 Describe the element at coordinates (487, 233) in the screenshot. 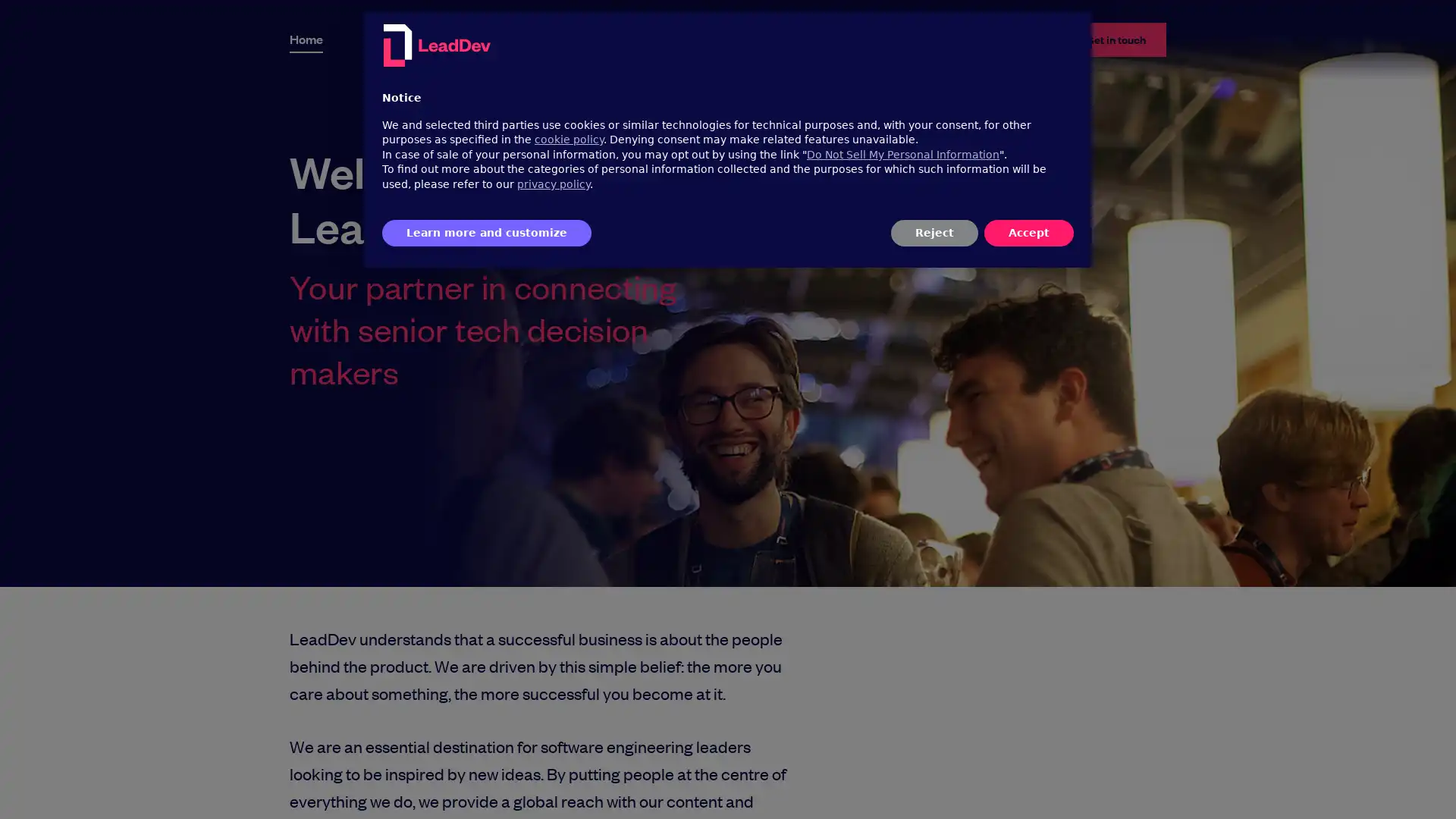

I see `Learn more and customize` at that location.